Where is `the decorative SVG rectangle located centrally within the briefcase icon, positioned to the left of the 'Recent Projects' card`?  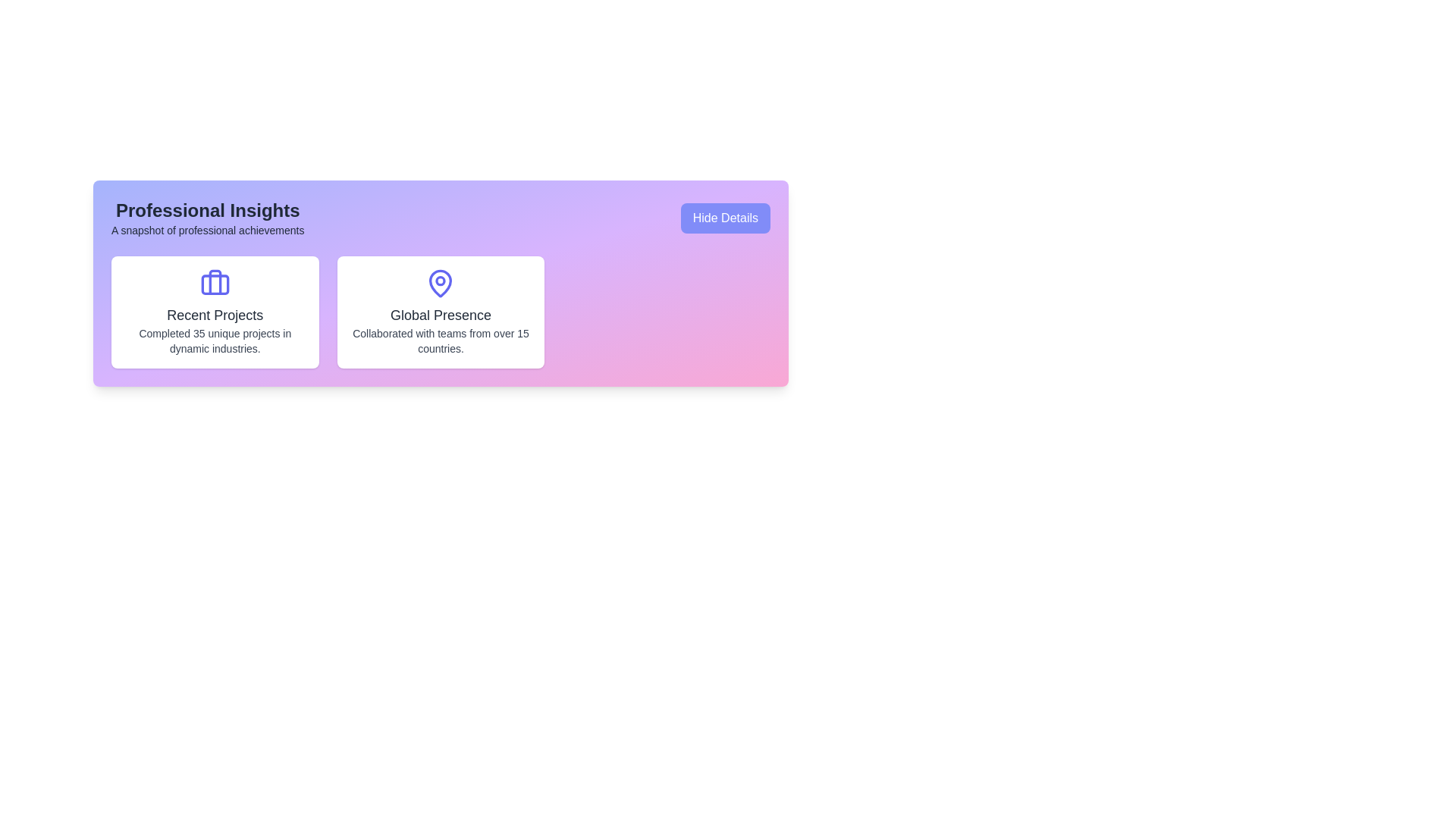 the decorative SVG rectangle located centrally within the briefcase icon, positioned to the left of the 'Recent Projects' card is located at coordinates (214, 284).